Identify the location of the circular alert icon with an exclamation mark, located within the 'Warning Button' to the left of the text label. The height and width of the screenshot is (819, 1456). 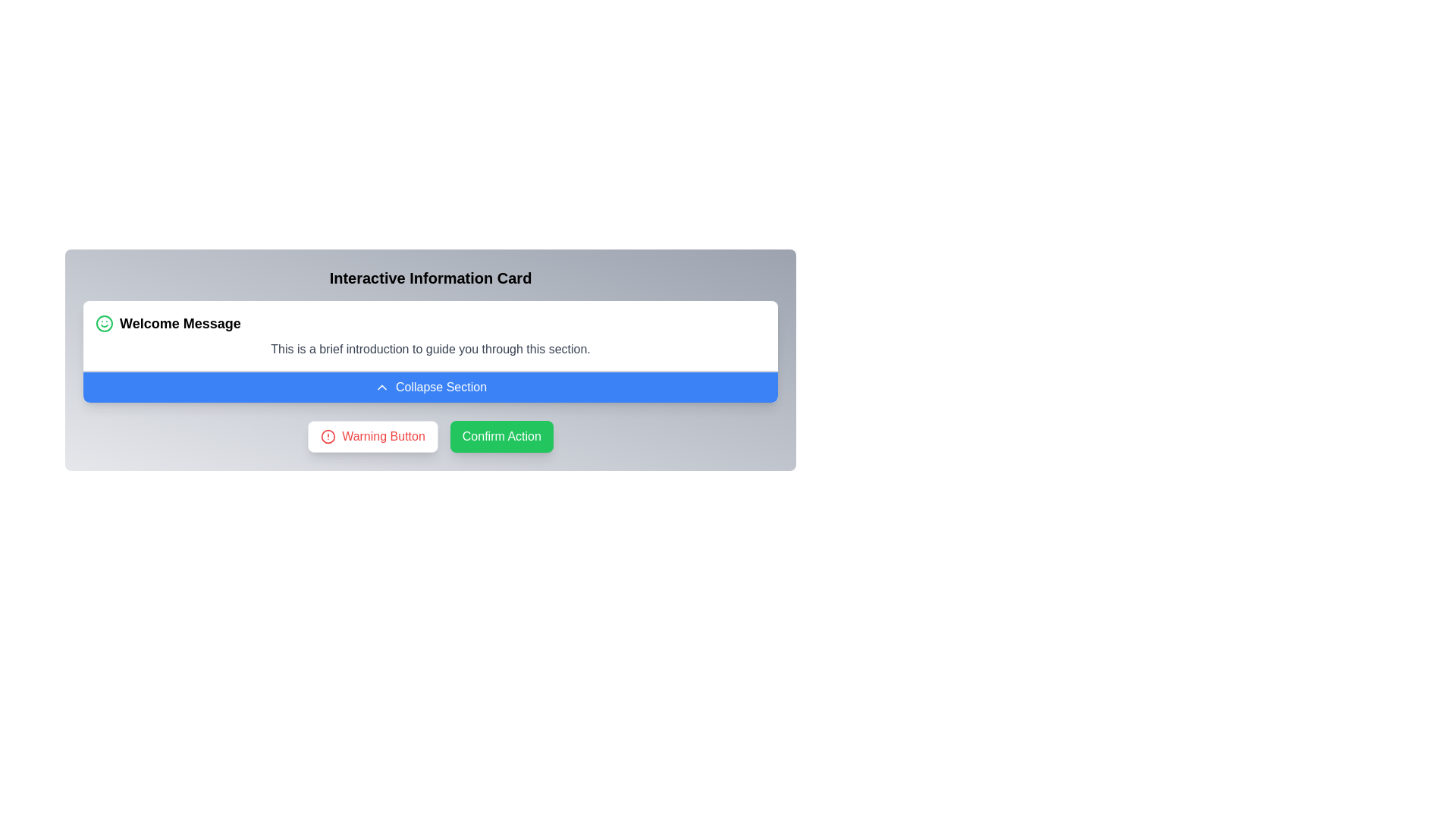
(328, 436).